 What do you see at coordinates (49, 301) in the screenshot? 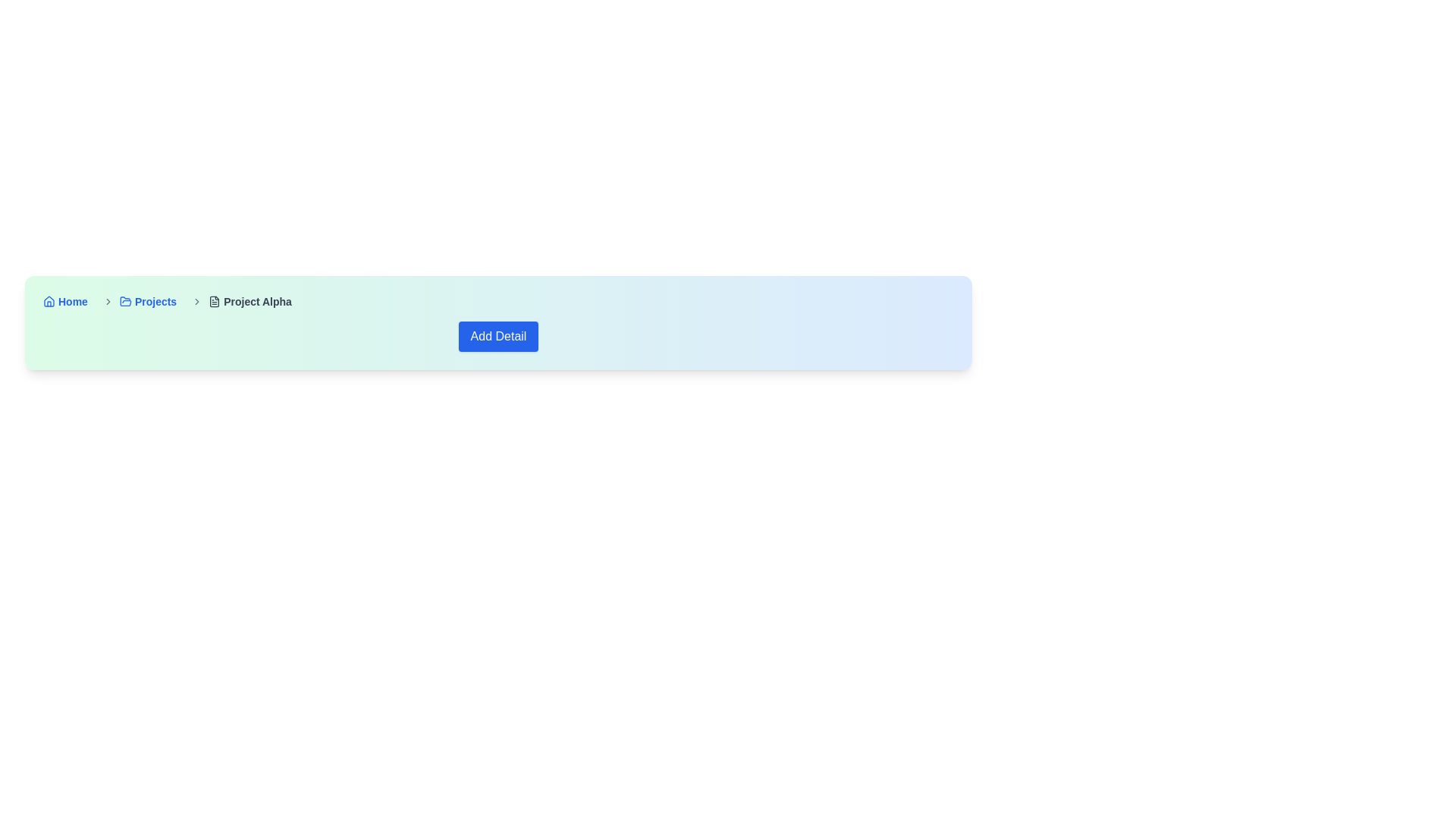
I see `the small house icon with a blue outline located in the breadcrumb navigation bar, directly to the left of the text 'Home'` at bounding box center [49, 301].